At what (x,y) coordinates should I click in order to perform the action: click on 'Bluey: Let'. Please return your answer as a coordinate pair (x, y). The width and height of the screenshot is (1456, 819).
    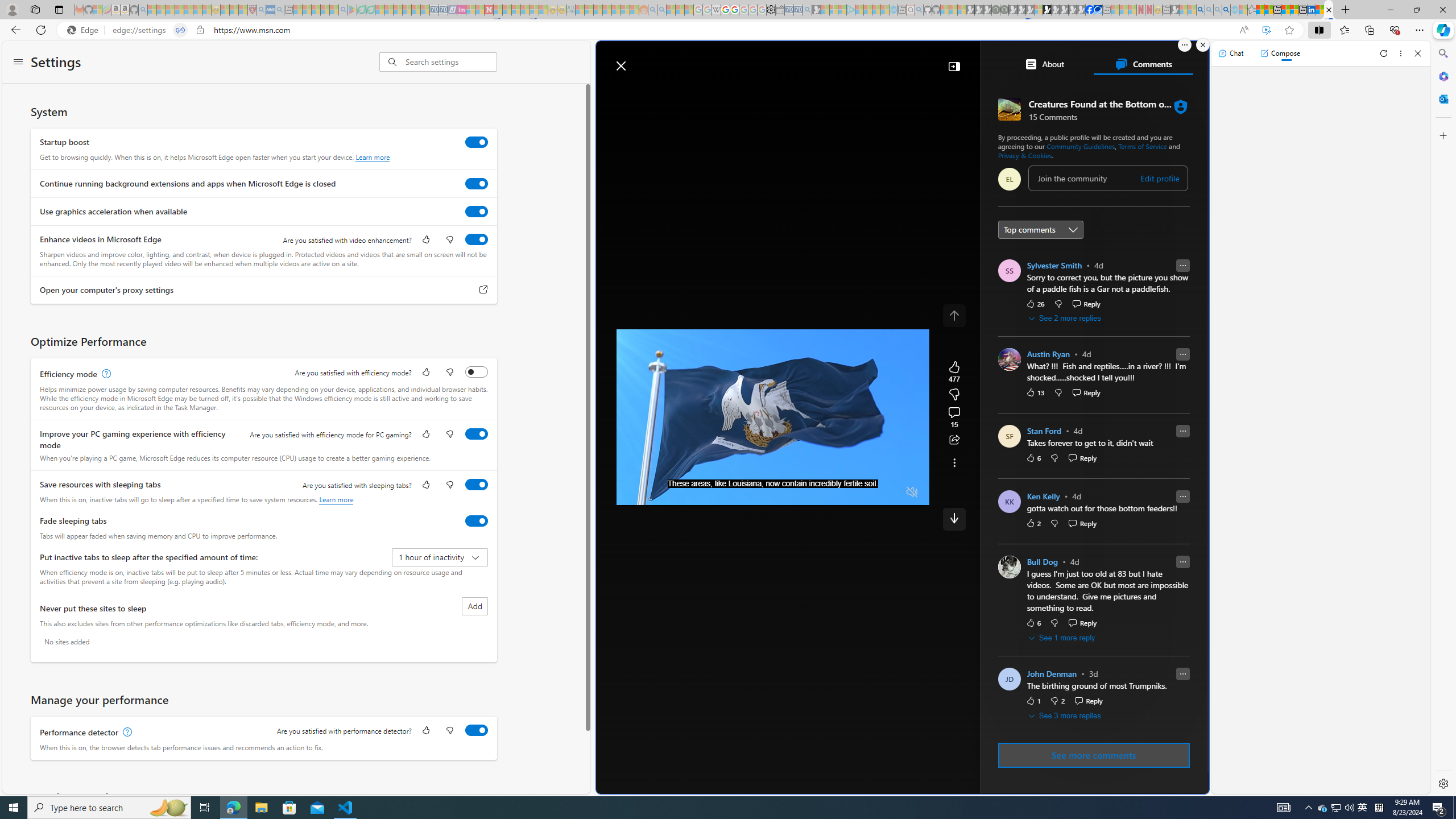
    Looking at the image, I should click on (352, 9).